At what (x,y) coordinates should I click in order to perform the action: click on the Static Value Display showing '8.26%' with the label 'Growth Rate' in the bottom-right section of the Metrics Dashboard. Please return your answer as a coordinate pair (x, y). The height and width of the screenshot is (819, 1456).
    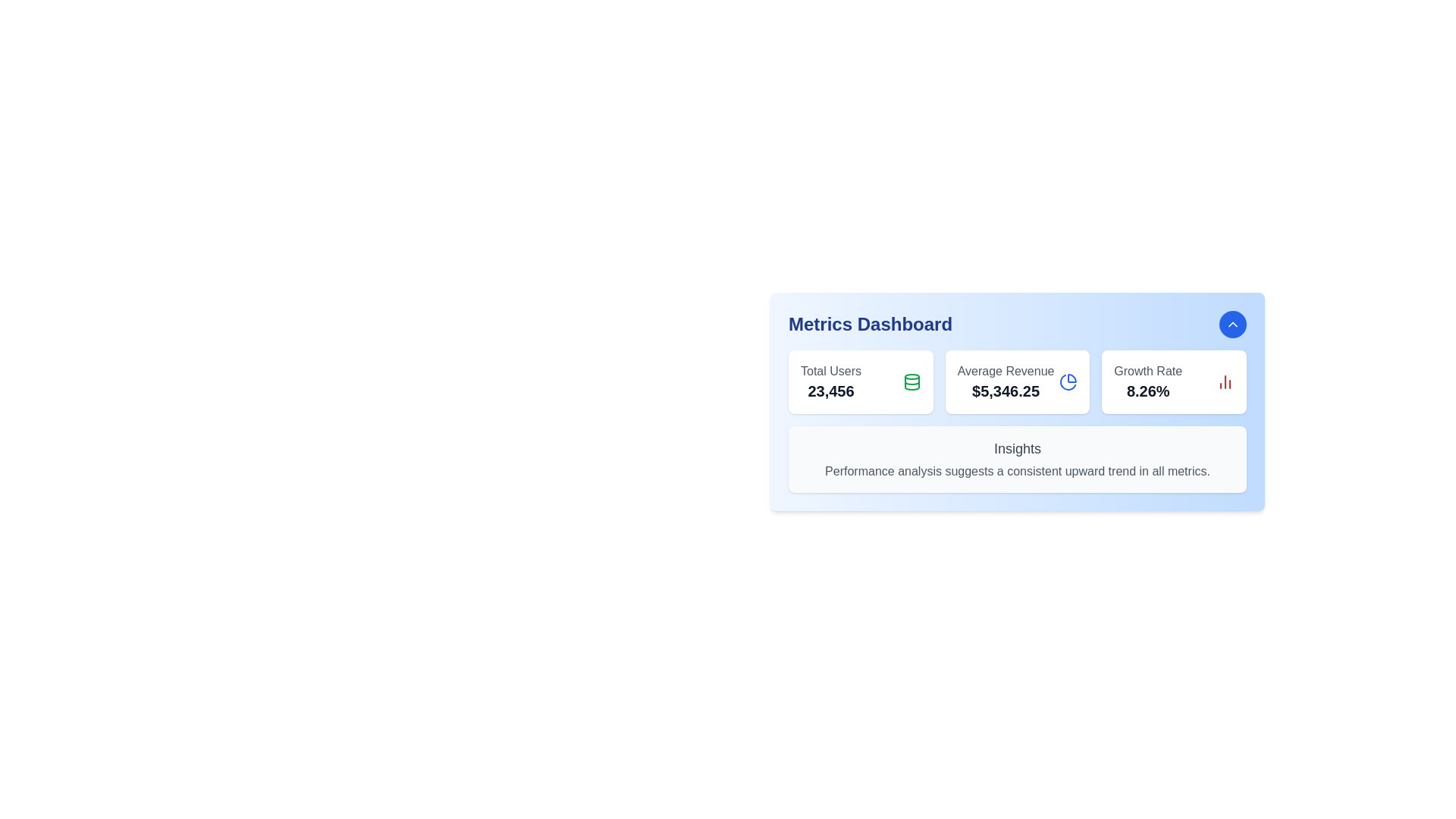
    Looking at the image, I should click on (1148, 381).